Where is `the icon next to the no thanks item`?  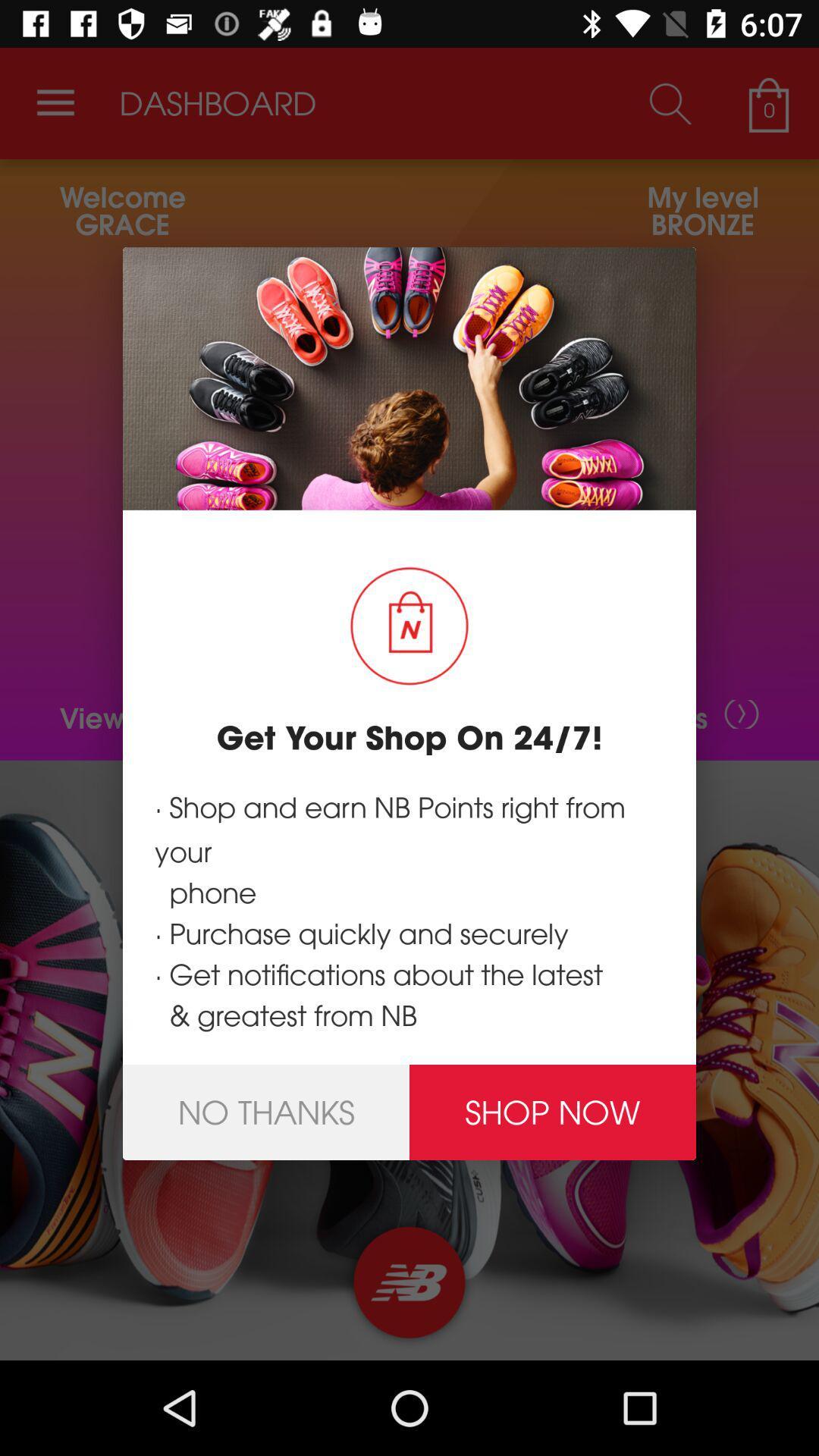
the icon next to the no thanks item is located at coordinates (553, 1112).